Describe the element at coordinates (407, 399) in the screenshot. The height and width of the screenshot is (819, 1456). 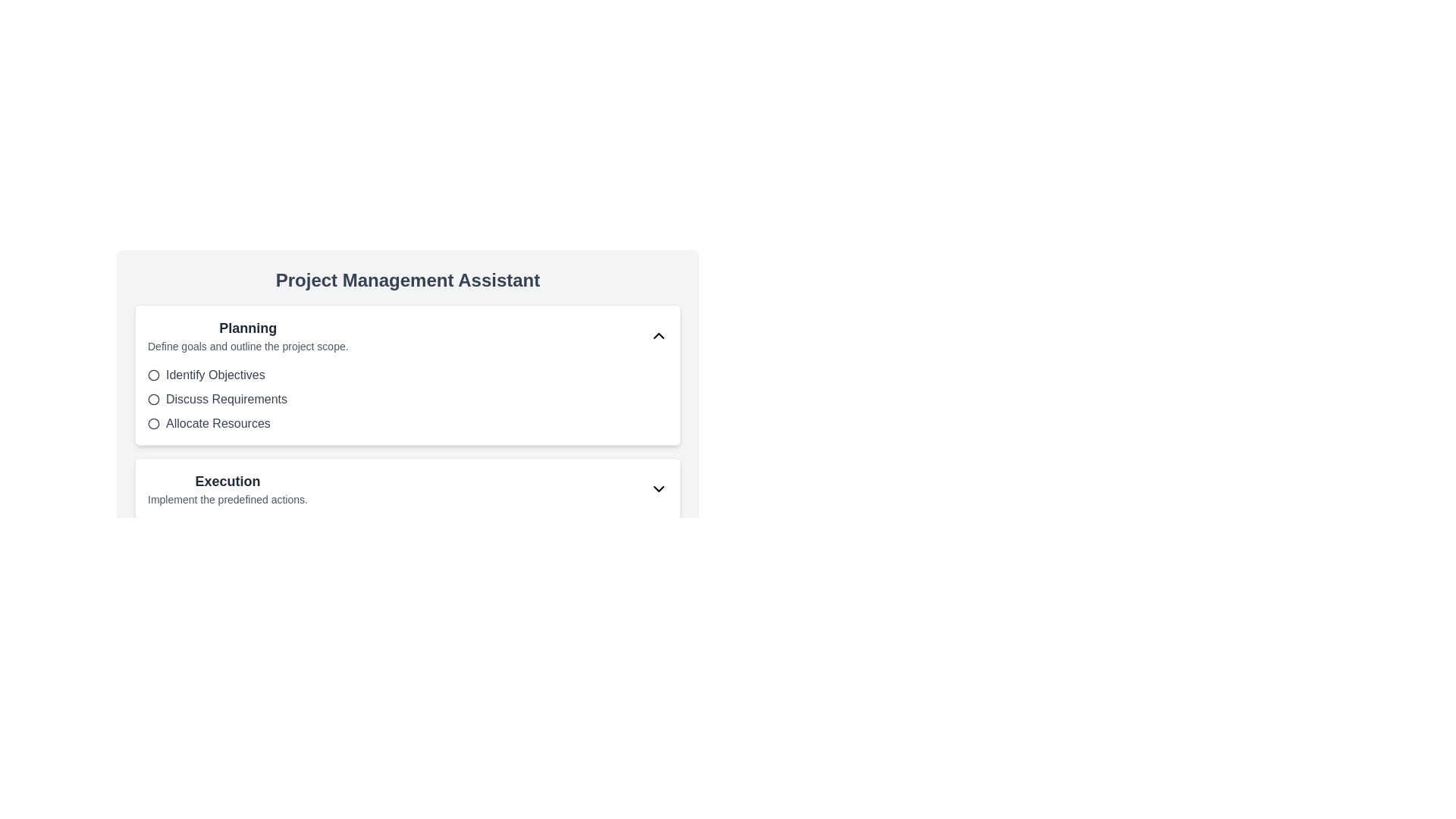
I see `the 'Discuss Requirements' radio button in the 'Planning' section` at that location.